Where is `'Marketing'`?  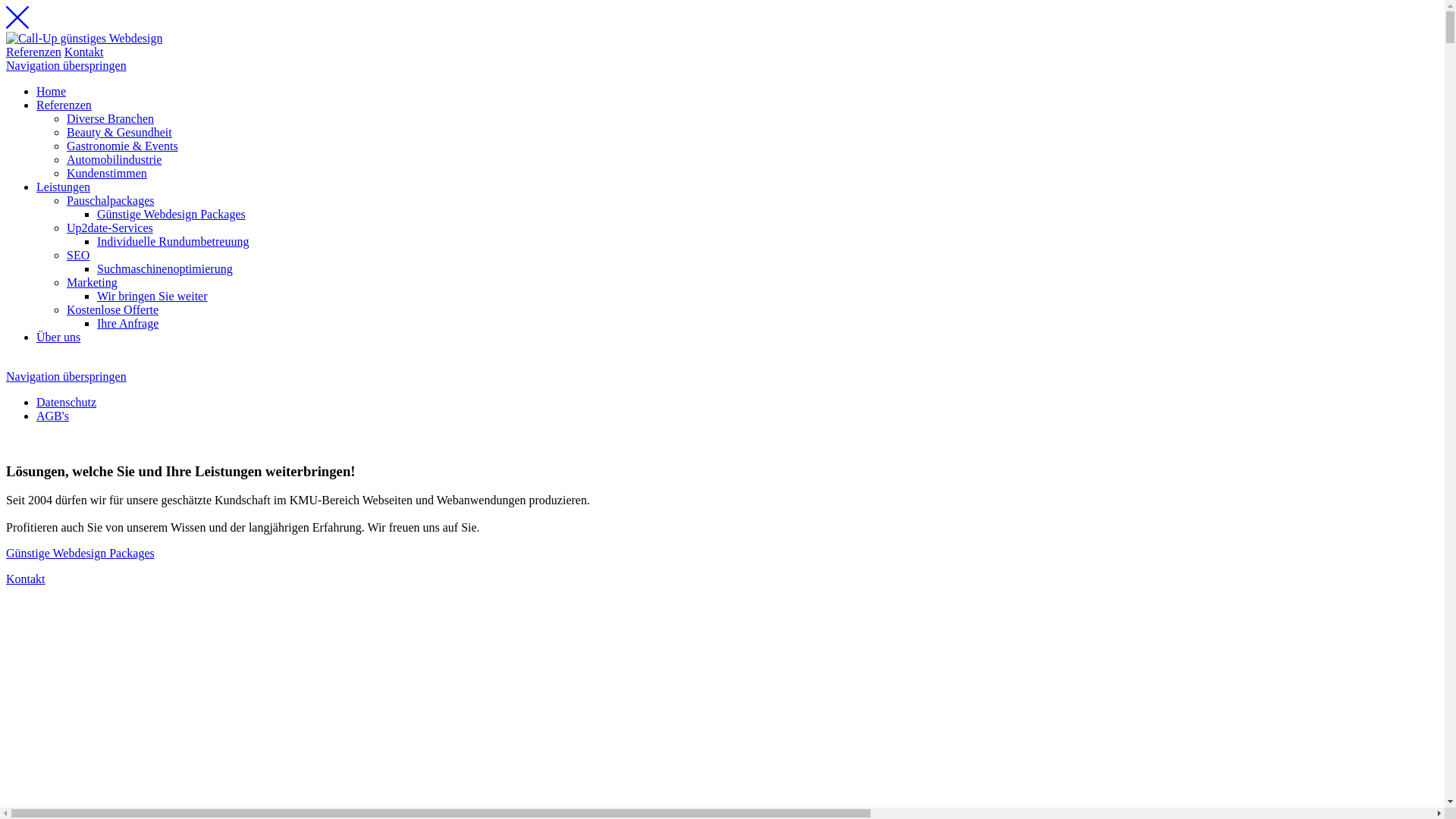
'Marketing' is located at coordinates (91, 282).